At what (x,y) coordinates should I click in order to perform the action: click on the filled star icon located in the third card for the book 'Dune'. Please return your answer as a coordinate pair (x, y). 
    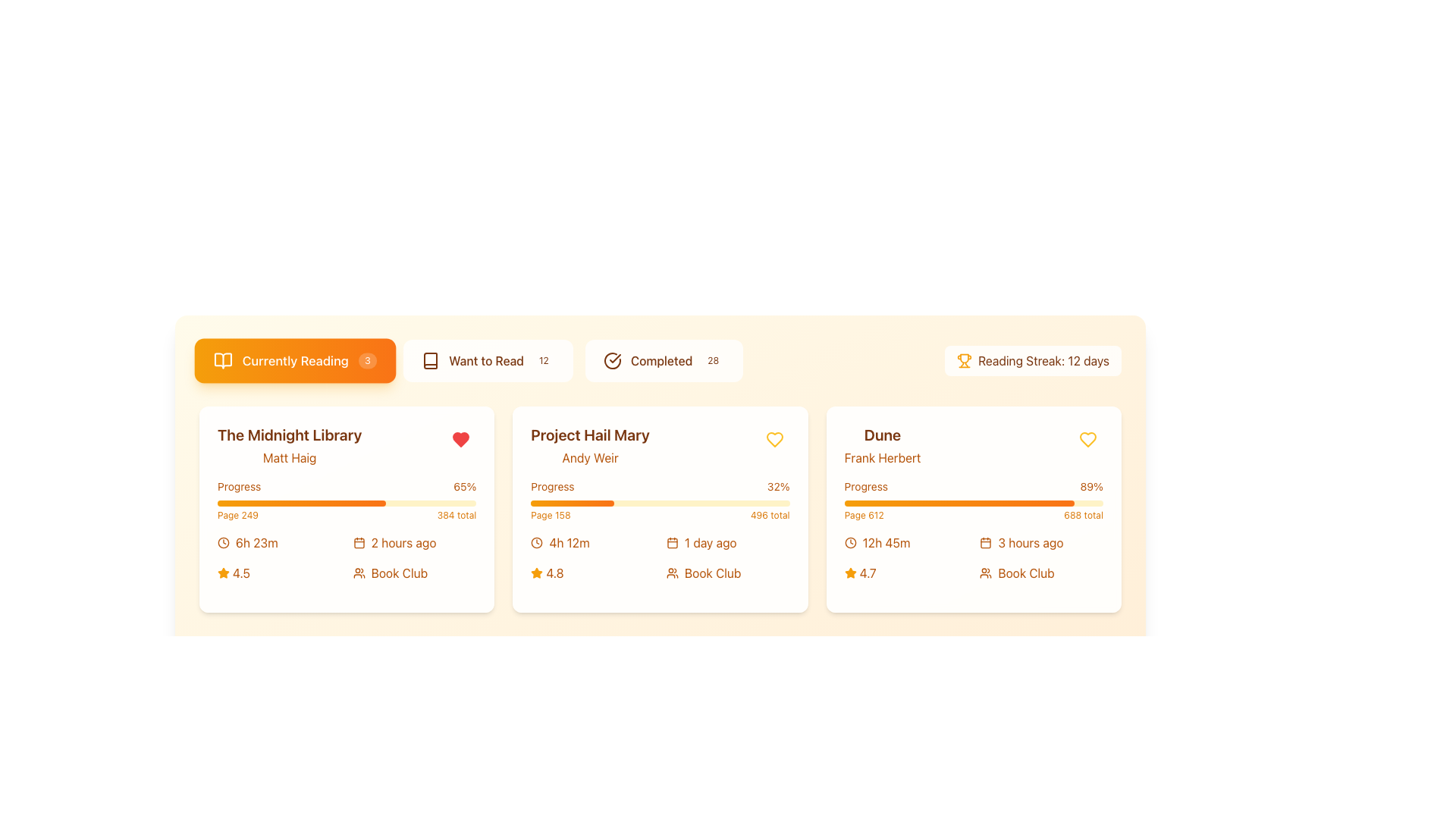
    Looking at the image, I should click on (850, 573).